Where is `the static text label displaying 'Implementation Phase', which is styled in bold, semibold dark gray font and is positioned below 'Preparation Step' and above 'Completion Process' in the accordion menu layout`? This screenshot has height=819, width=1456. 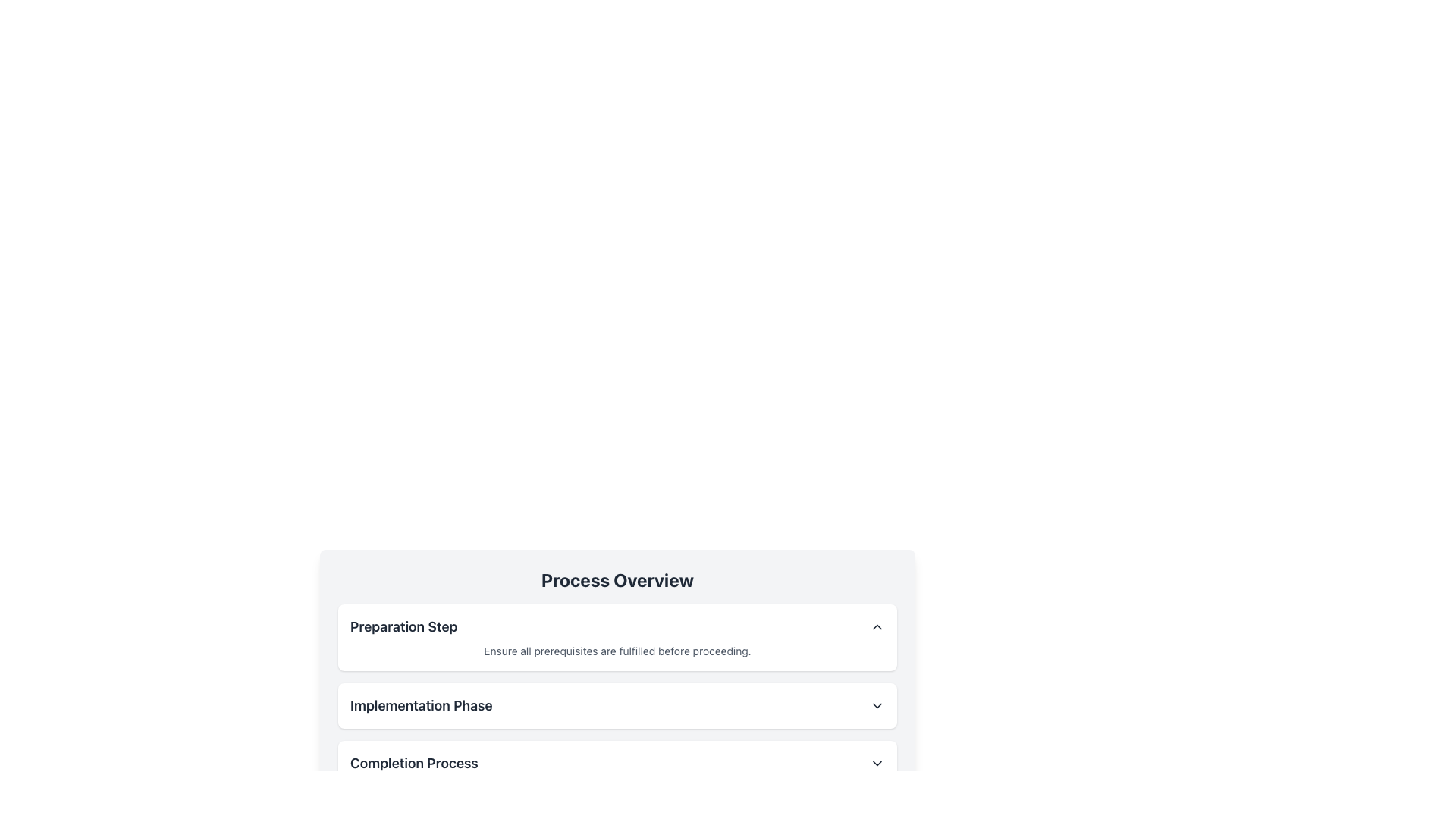
the static text label displaying 'Implementation Phase', which is styled in bold, semibold dark gray font and is positioned below 'Preparation Step' and above 'Completion Process' in the accordion menu layout is located at coordinates (421, 705).